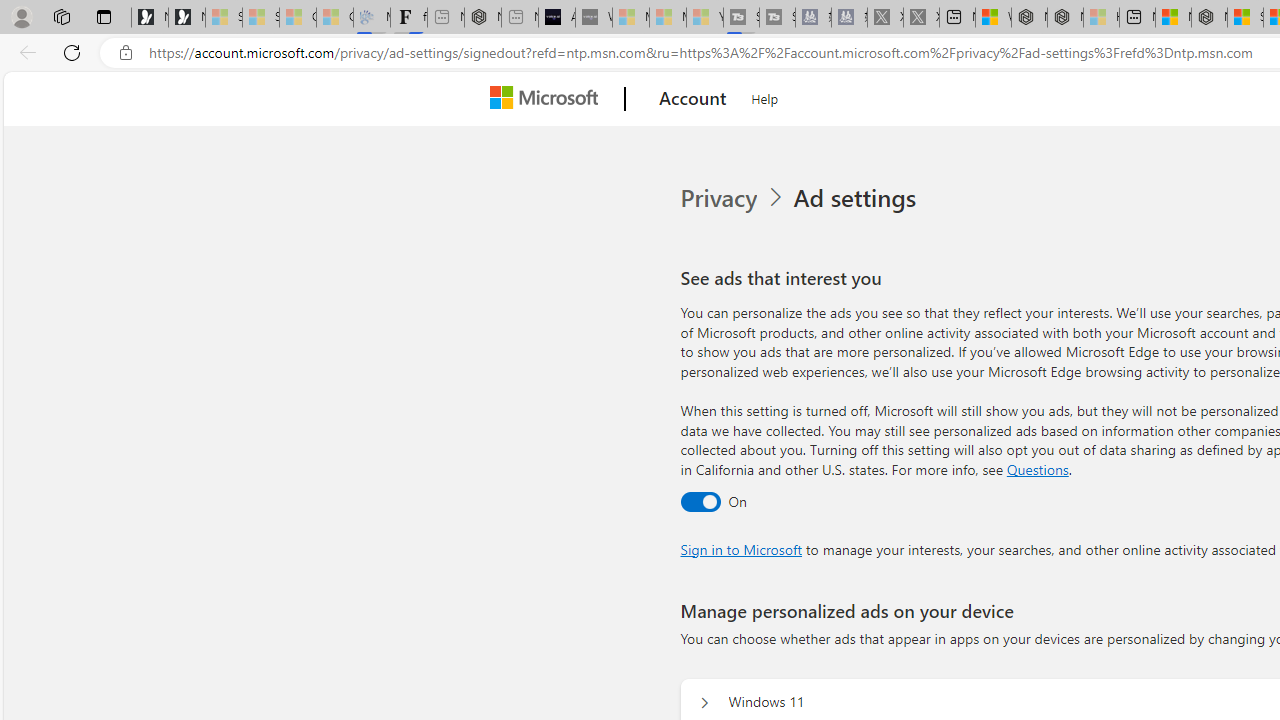 Image resolution: width=1280 pixels, height=720 pixels. What do you see at coordinates (764, 96) in the screenshot?
I see `'Help'` at bounding box center [764, 96].